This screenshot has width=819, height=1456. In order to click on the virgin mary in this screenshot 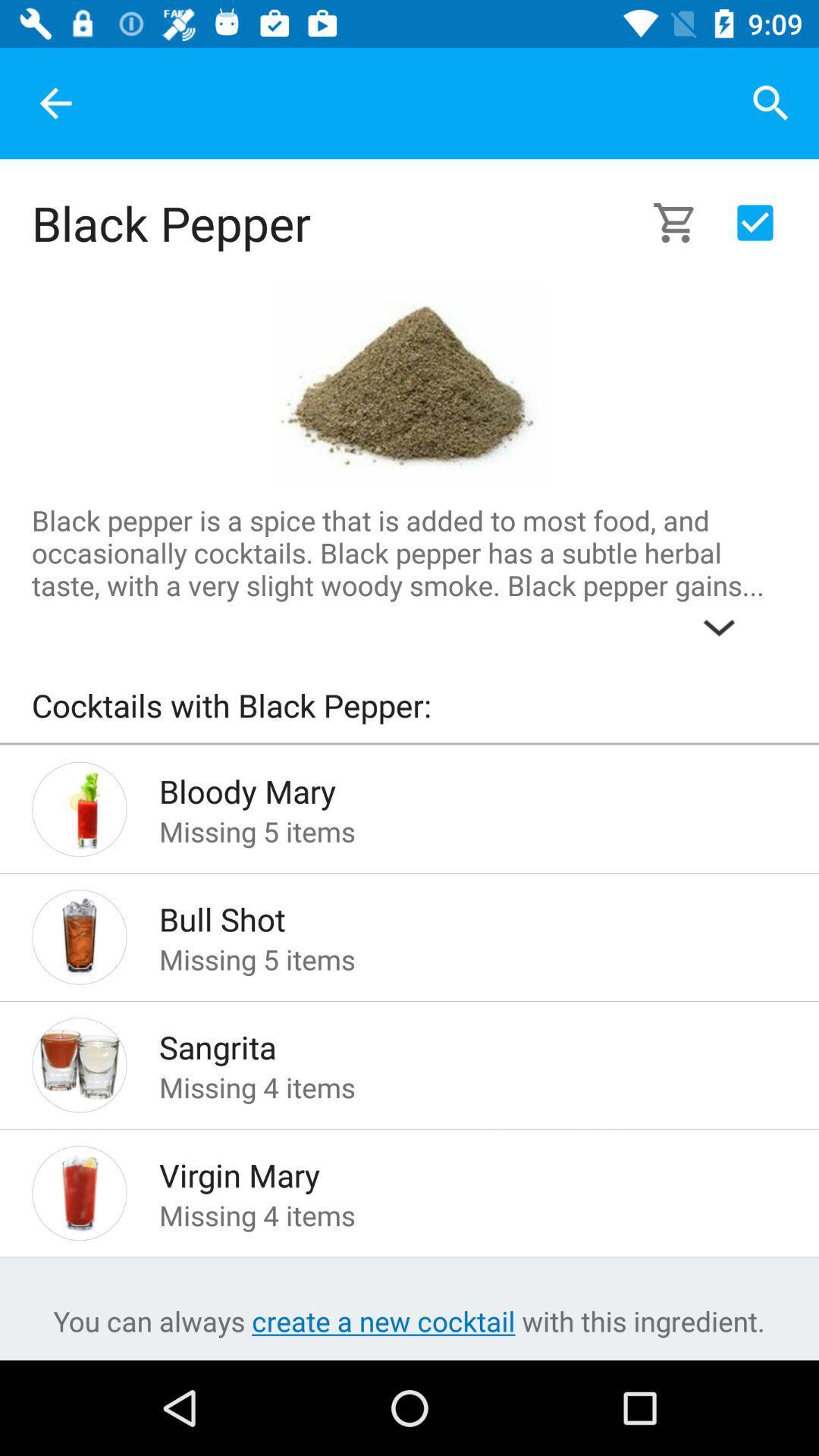, I will do `click(448, 1170)`.